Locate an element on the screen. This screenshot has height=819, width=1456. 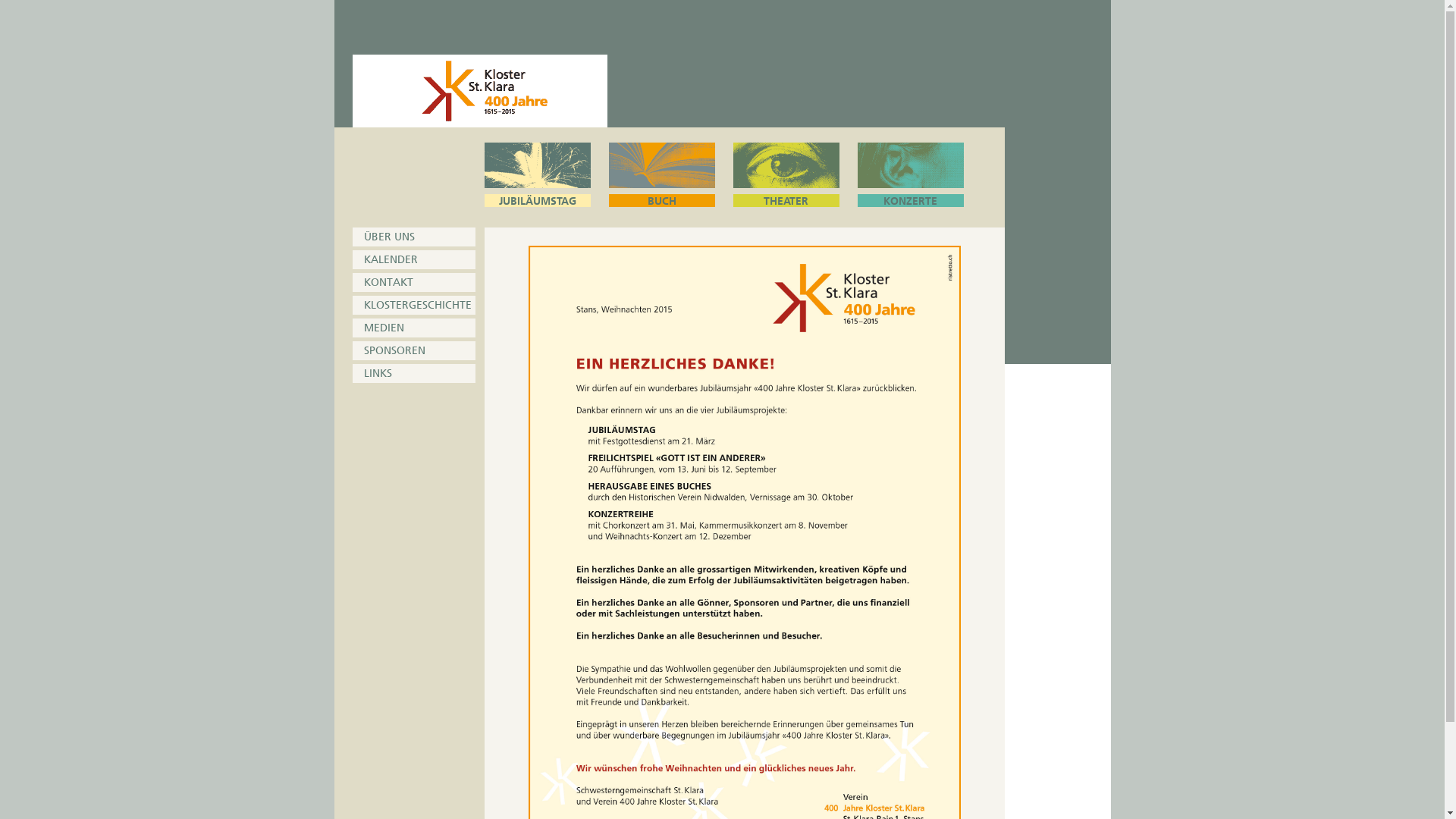
'KALENDER' is located at coordinates (413, 259).